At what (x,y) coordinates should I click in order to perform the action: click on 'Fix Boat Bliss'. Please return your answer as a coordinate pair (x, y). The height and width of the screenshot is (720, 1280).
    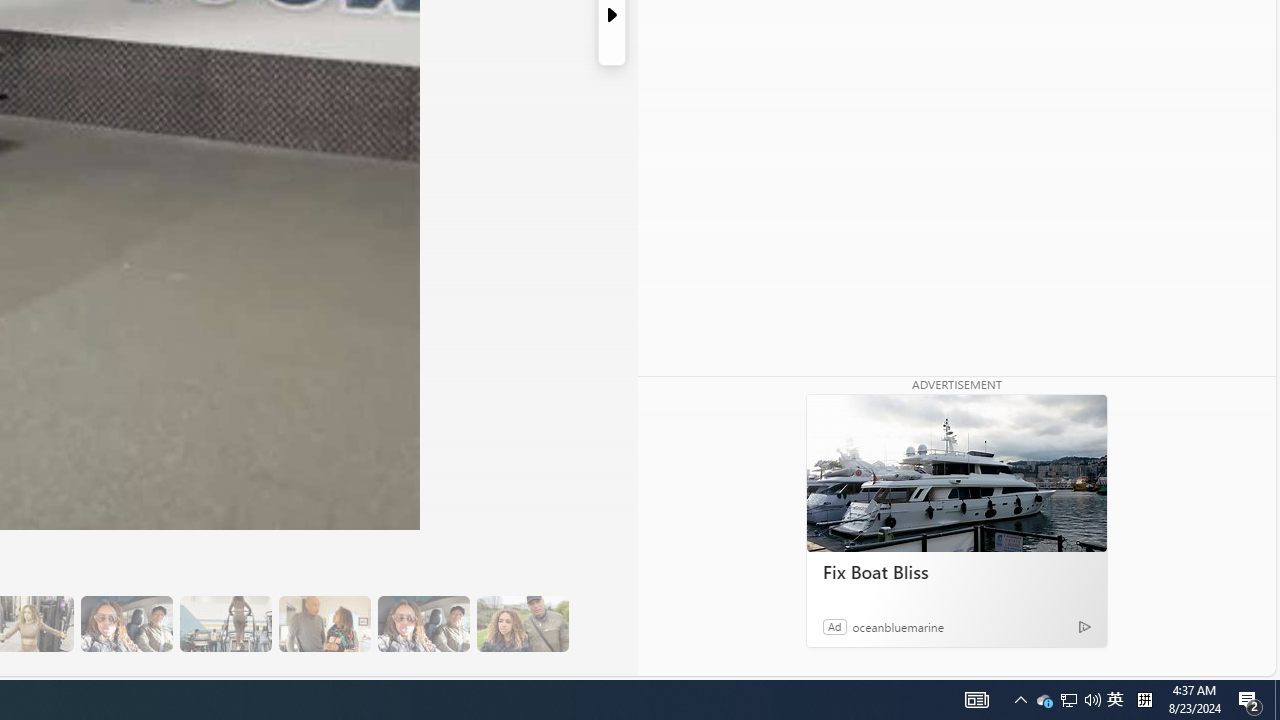
    Looking at the image, I should click on (955, 473).